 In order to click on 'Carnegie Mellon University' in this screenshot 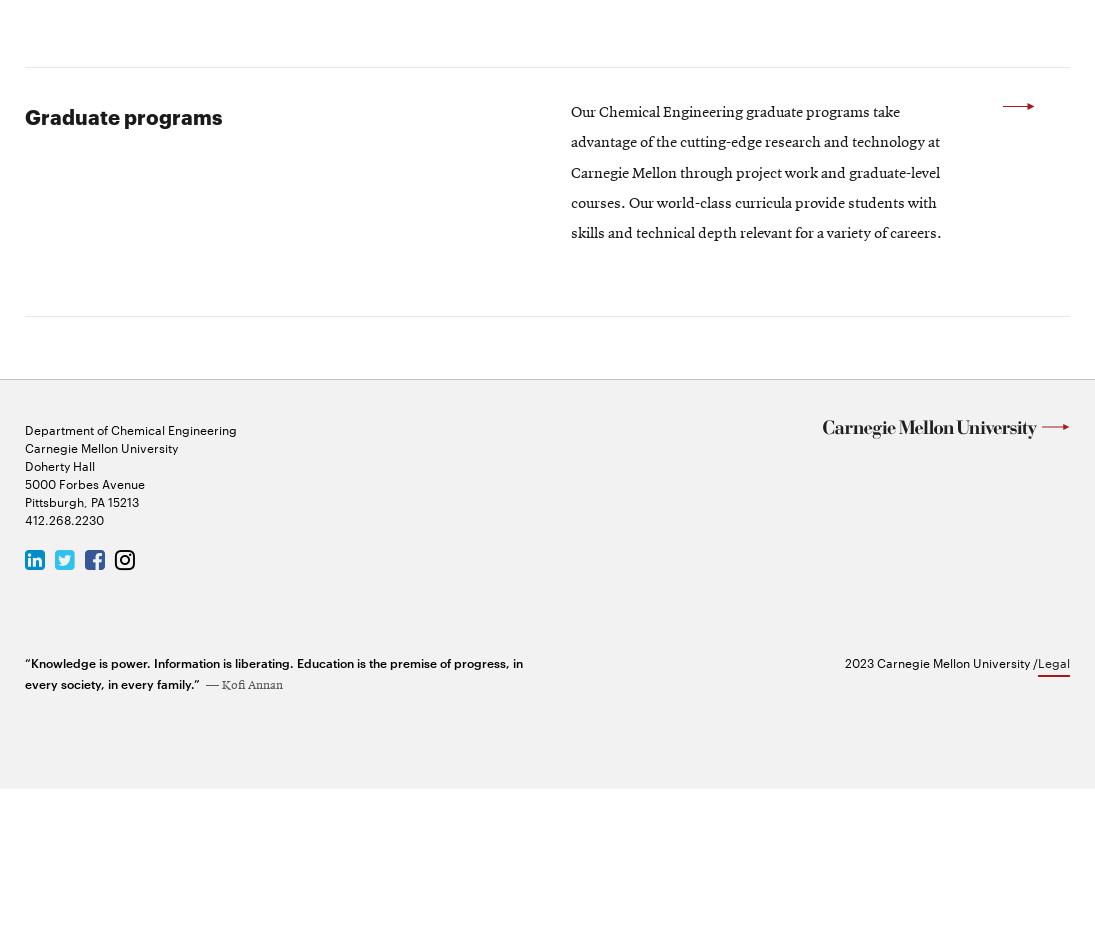, I will do `click(23, 599)`.